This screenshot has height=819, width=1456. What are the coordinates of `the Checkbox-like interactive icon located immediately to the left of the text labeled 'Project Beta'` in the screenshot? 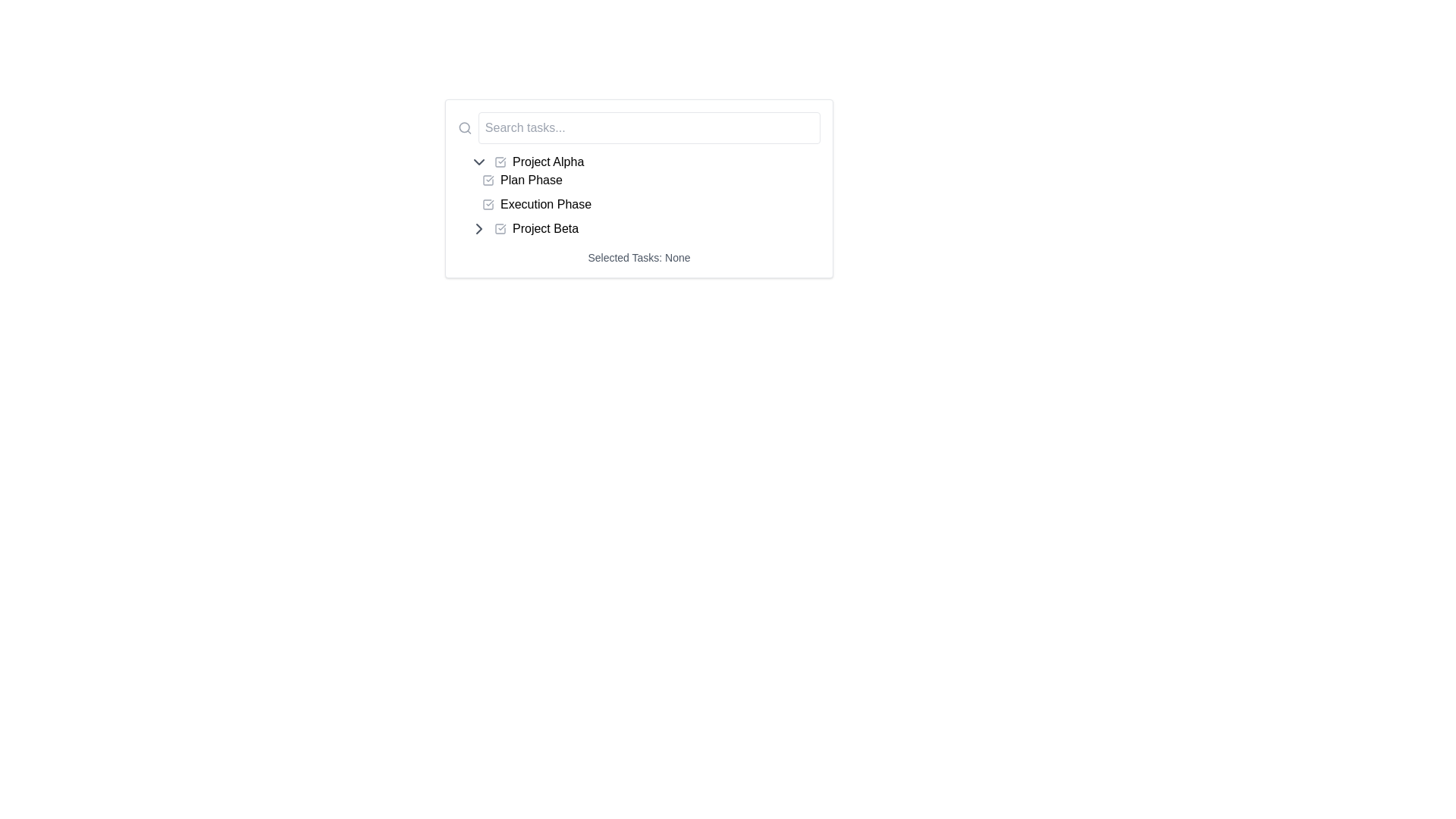 It's located at (500, 228).